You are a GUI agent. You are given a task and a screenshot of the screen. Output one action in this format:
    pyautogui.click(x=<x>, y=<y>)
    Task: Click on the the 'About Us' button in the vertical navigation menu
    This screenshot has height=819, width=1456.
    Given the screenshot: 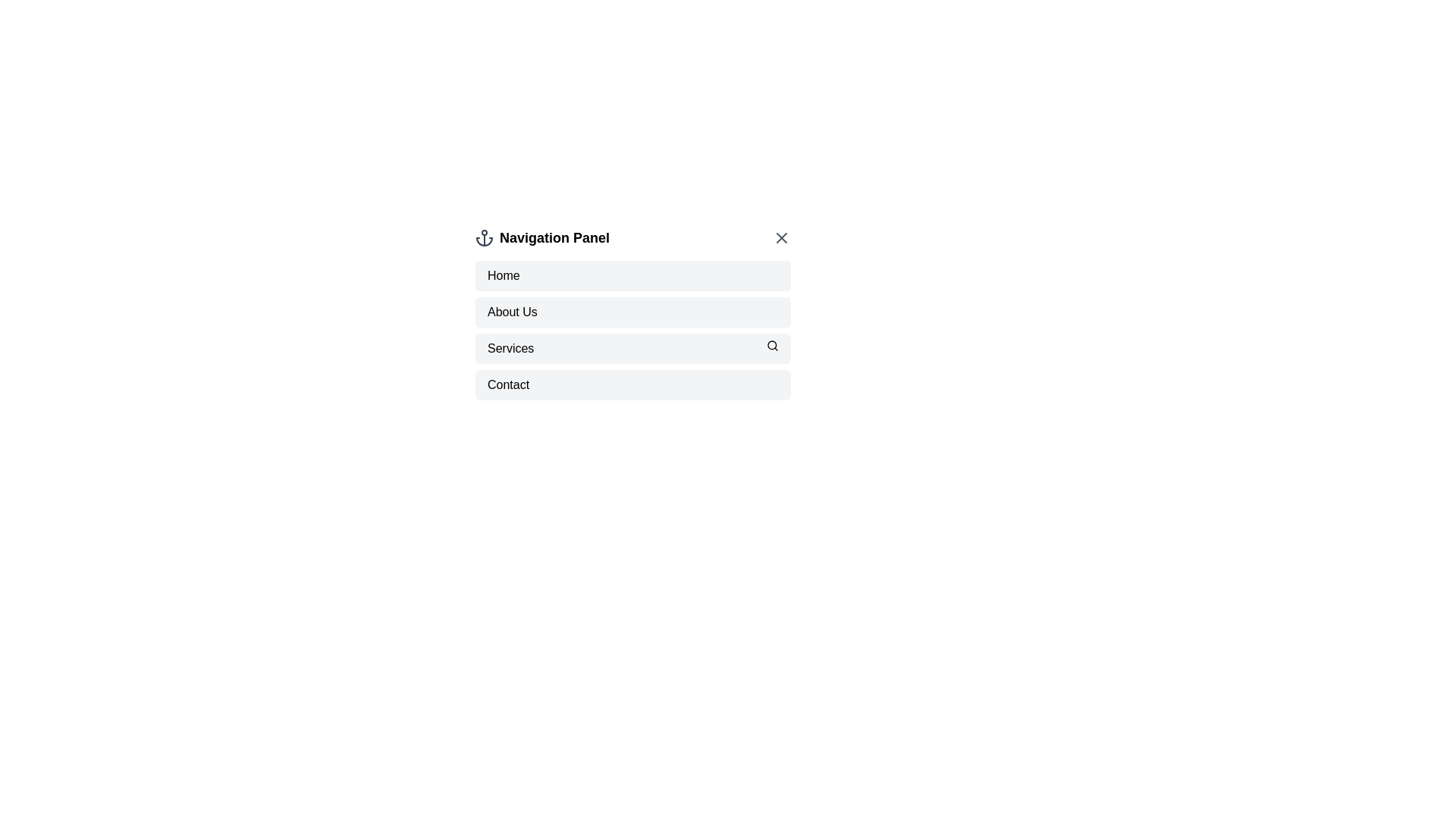 What is the action you would take?
    pyautogui.click(x=633, y=312)
    